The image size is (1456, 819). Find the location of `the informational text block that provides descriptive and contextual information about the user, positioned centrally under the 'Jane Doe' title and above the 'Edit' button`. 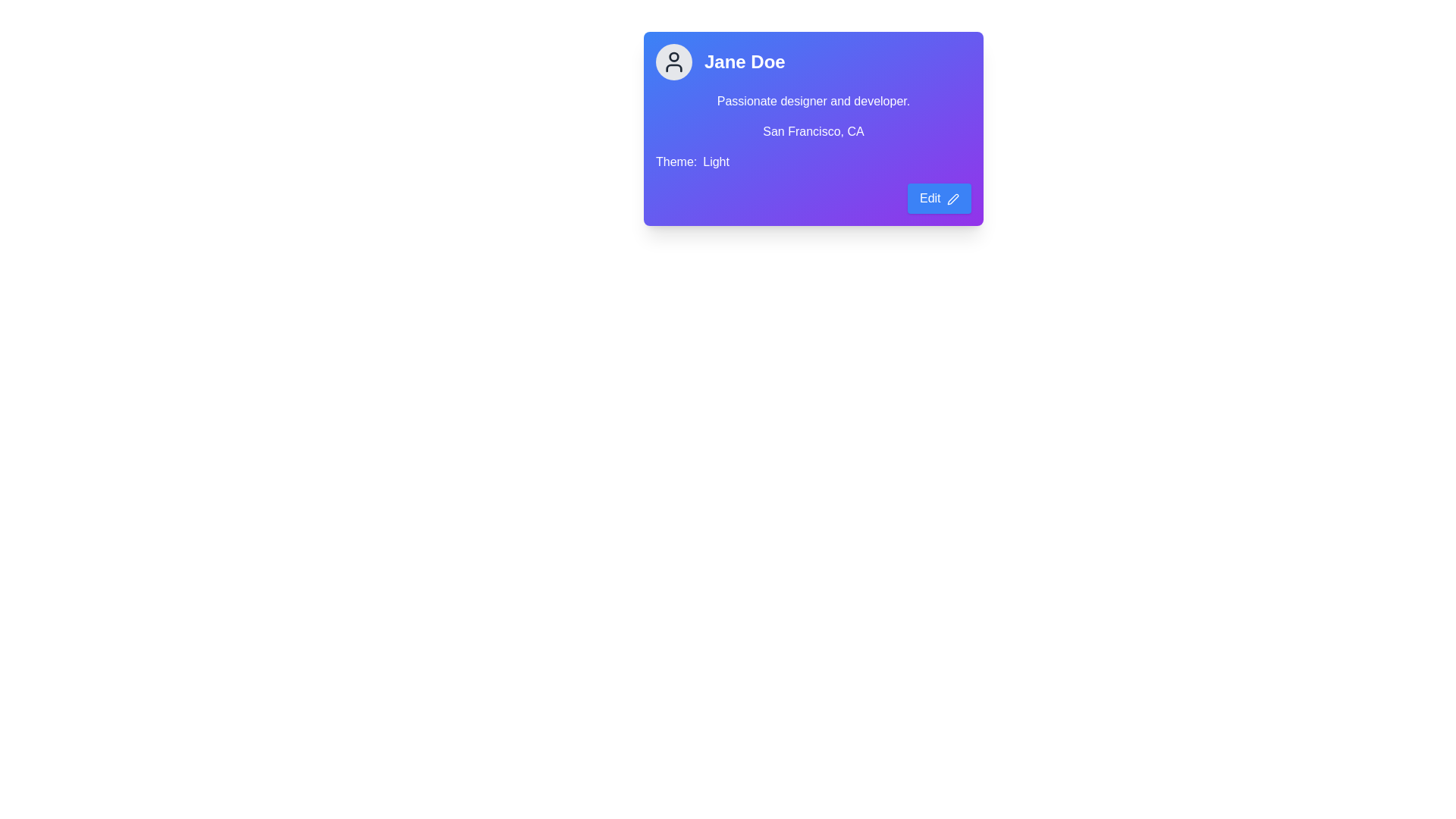

the informational text block that provides descriptive and contextual information about the user, positioned centrally under the 'Jane Doe' title and above the 'Edit' button is located at coordinates (813, 130).